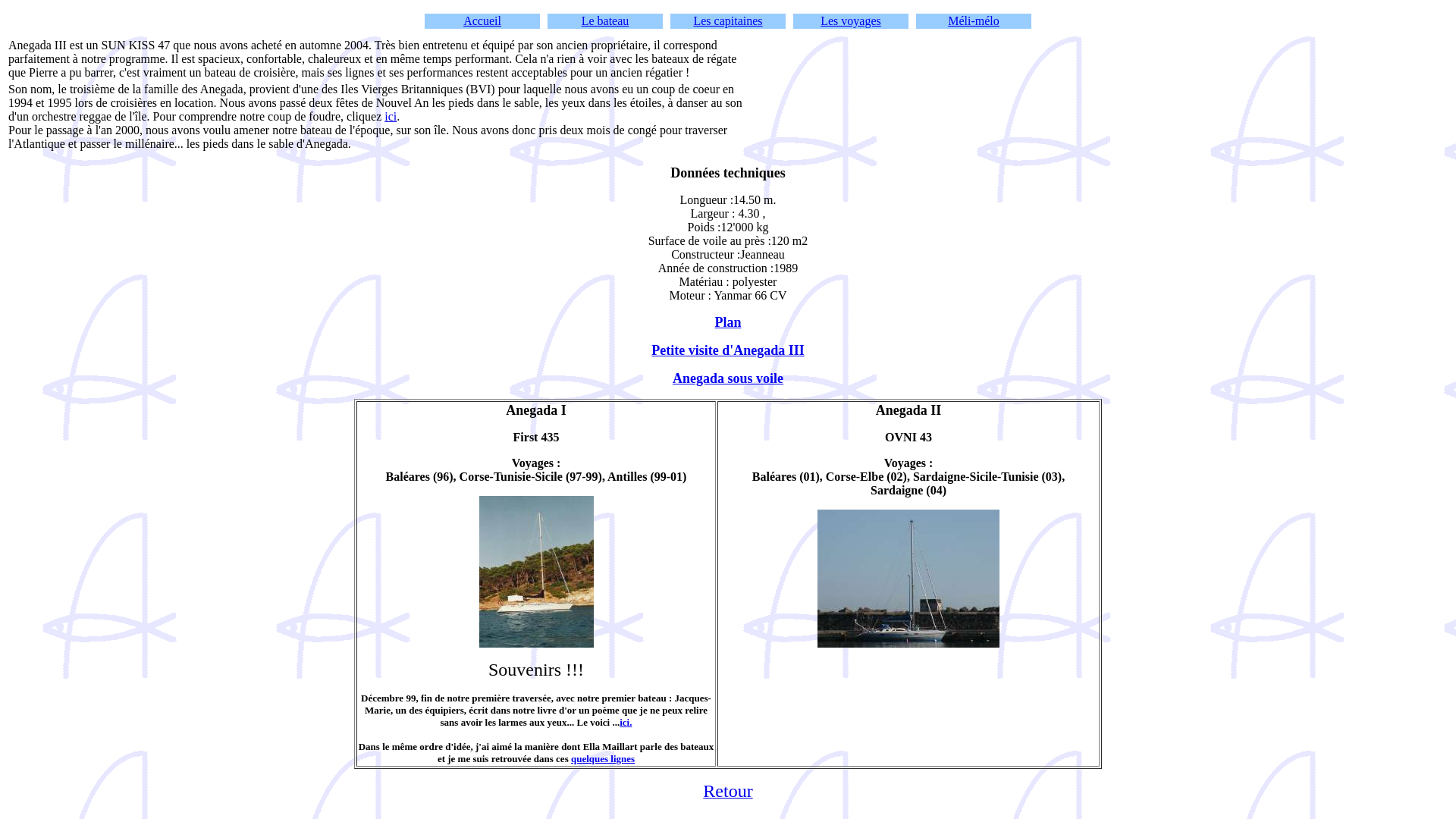 The height and width of the screenshot is (819, 1456). Describe the element at coordinates (672, 377) in the screenshot. I see `'Anegada sous voile'` at that location.